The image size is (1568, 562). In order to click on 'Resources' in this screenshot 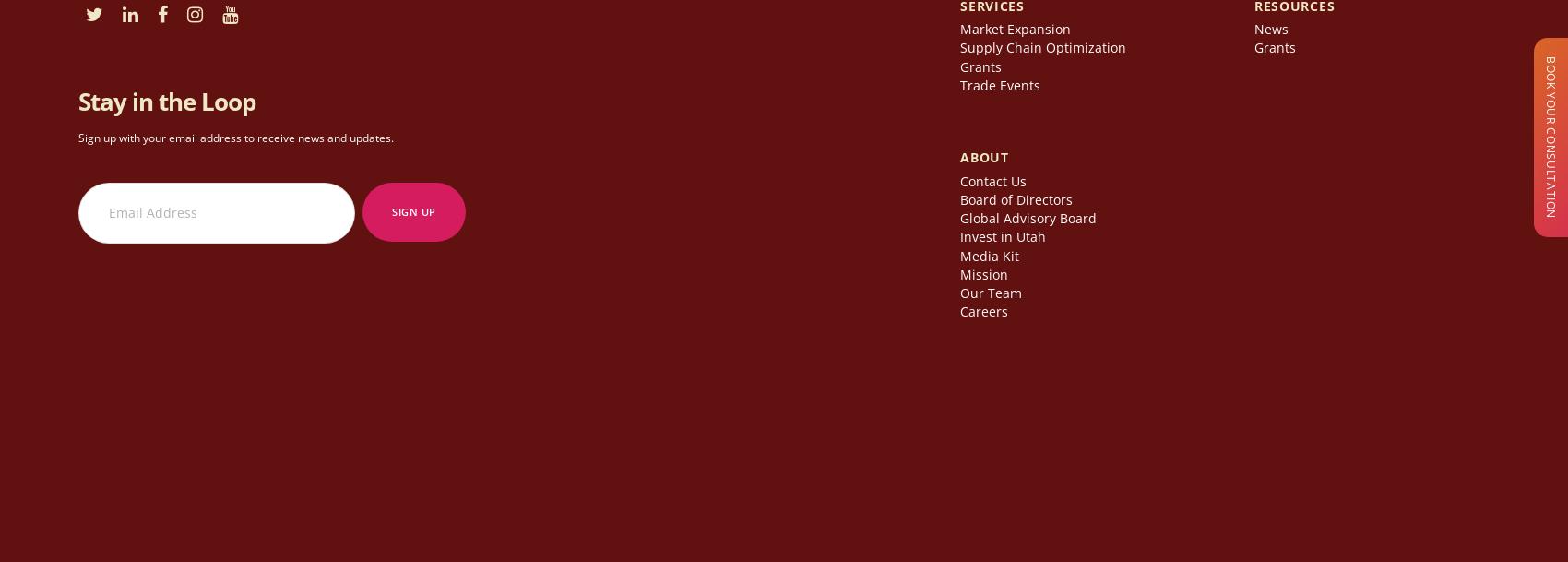, I will do `click(1293, 11)`.